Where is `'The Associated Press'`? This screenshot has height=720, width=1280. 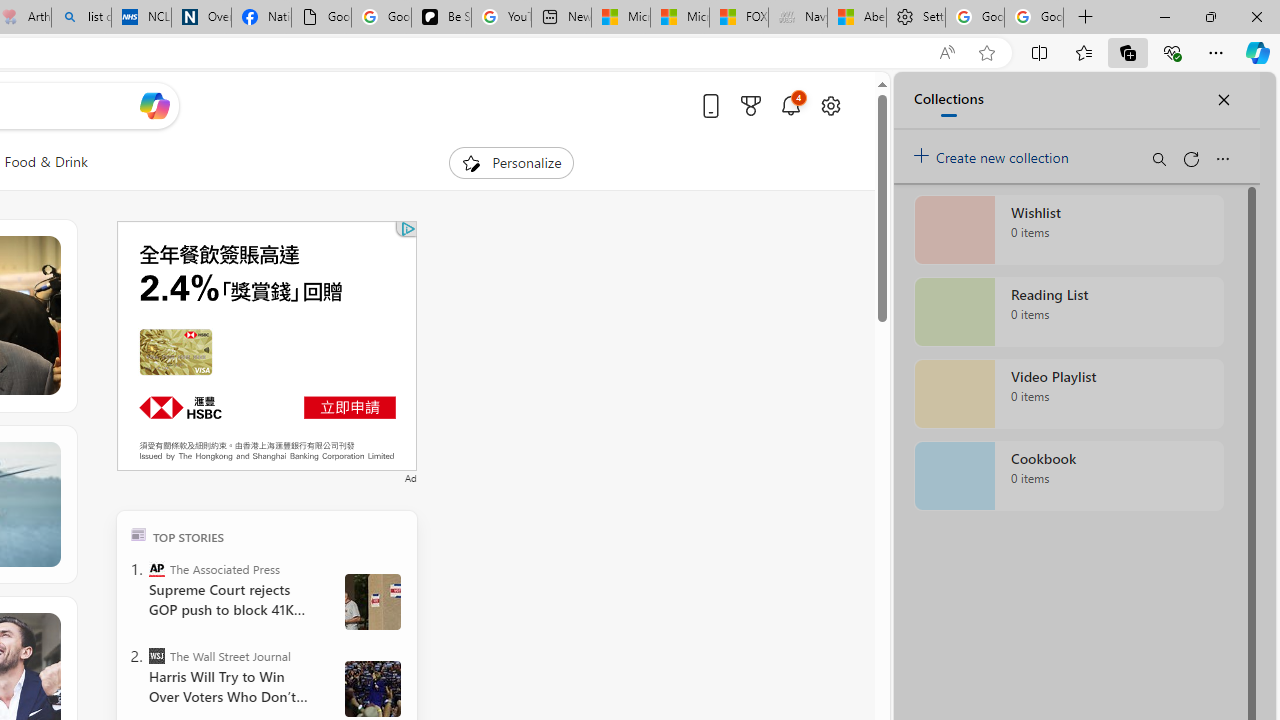
'The Associated Press' is located at coordinates (155, 568).